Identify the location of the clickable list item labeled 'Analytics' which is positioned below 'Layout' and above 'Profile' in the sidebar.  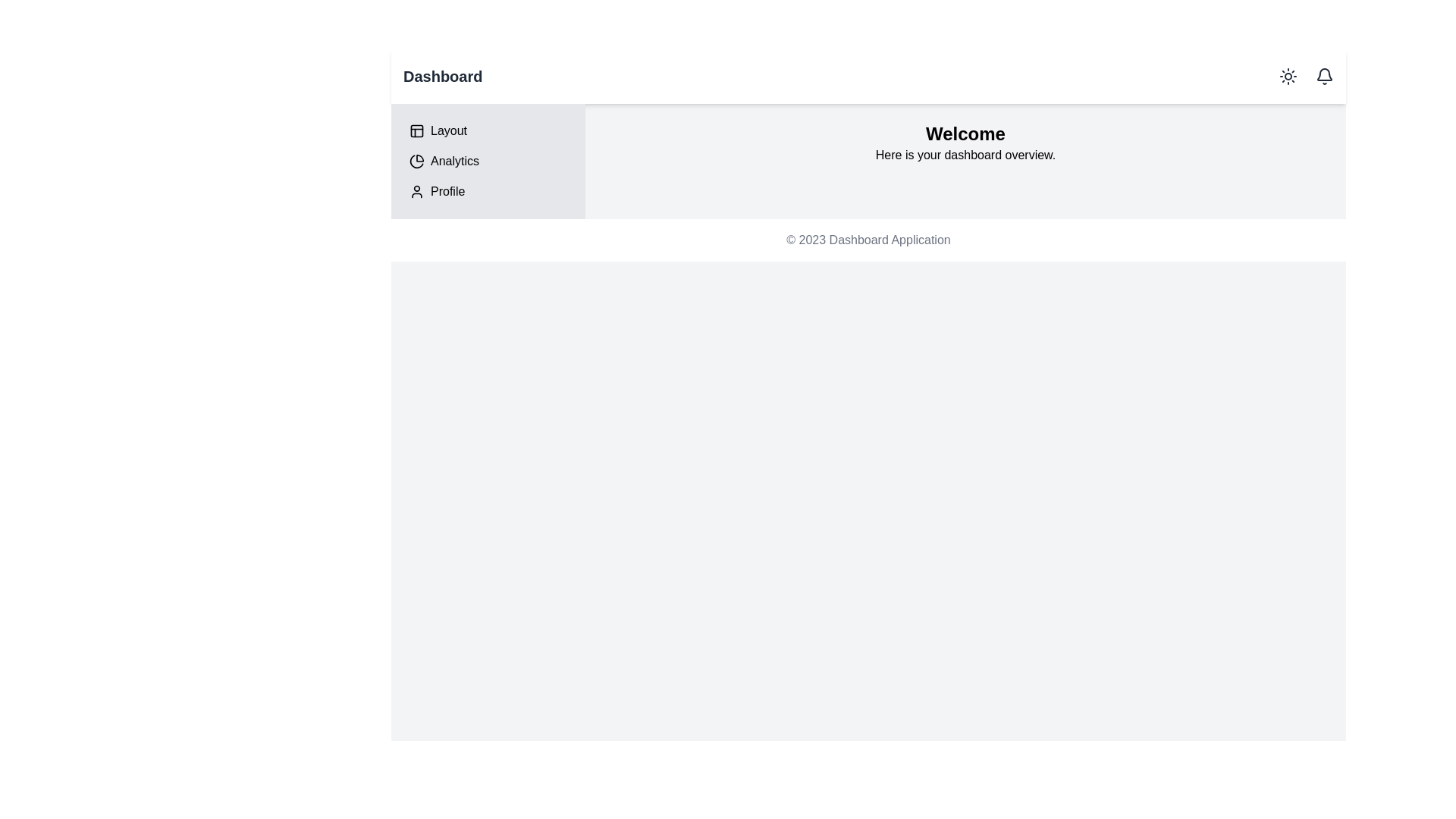
(488, 161).